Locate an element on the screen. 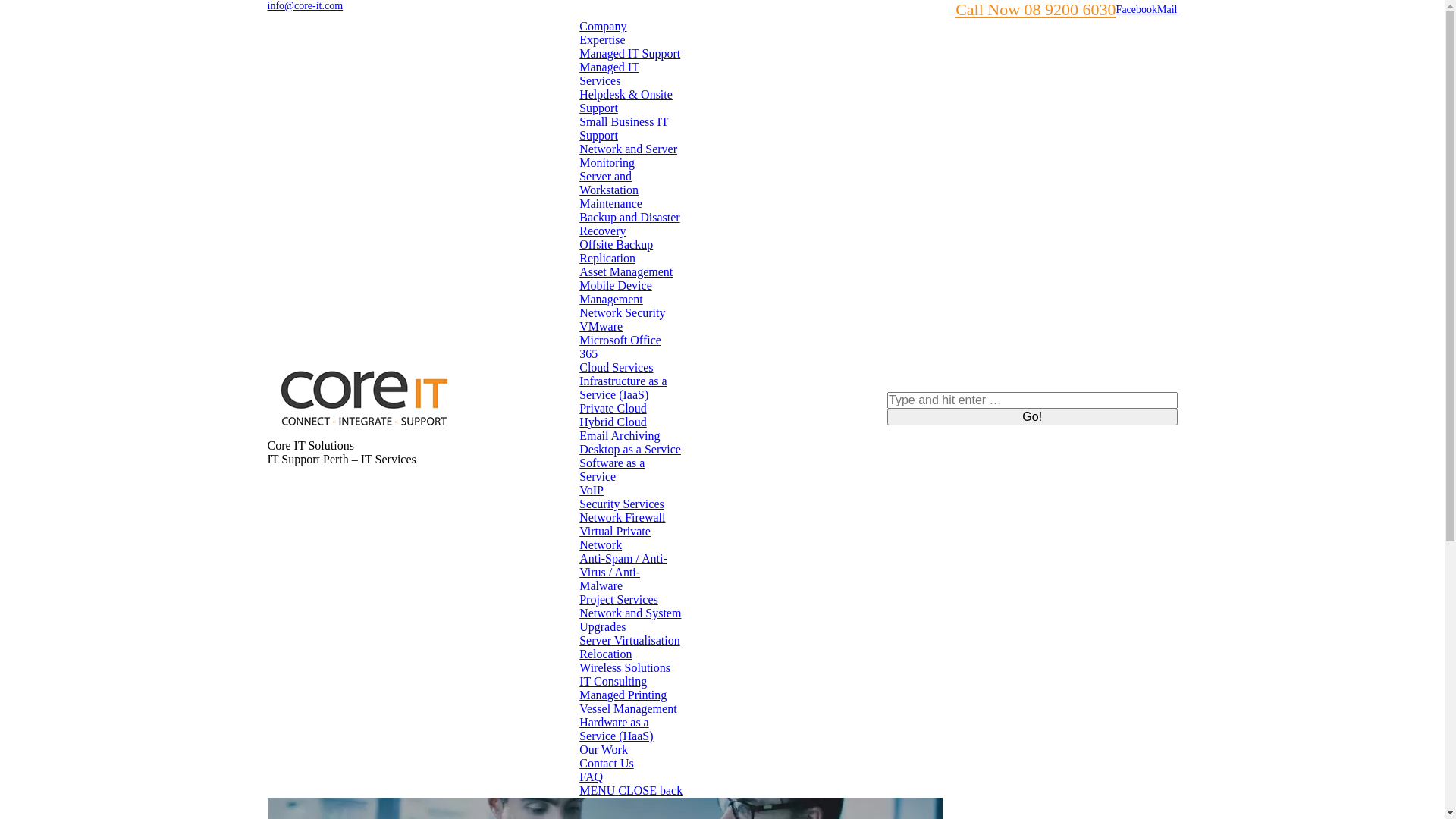 The height and width of the screenshot is (819, 1456). 'Relocation' is located at coordinates (604, 653).